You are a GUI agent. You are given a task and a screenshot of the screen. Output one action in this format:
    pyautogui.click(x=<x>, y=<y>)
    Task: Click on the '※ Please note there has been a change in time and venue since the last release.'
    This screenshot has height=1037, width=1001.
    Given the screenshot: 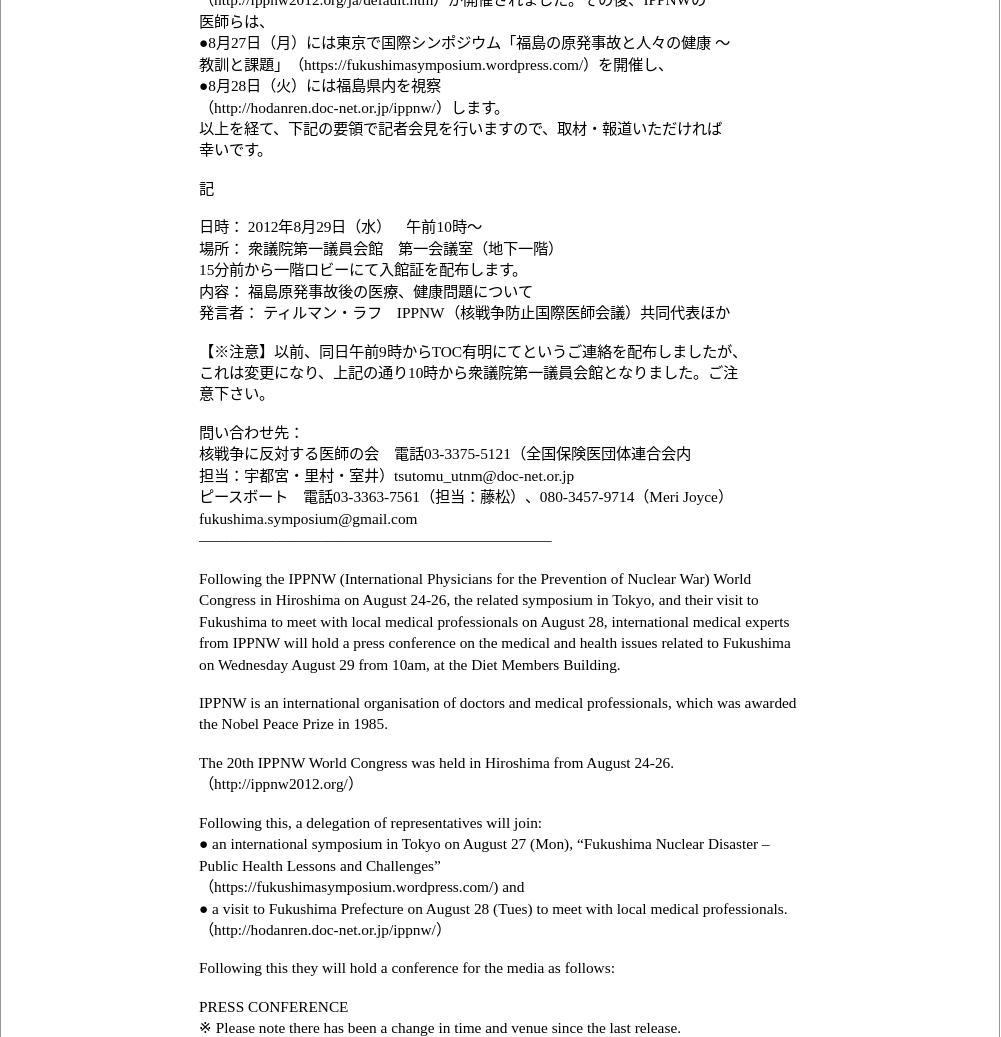 What is the action you would take?
    pyautogui.click(x=198, y=1027)
    